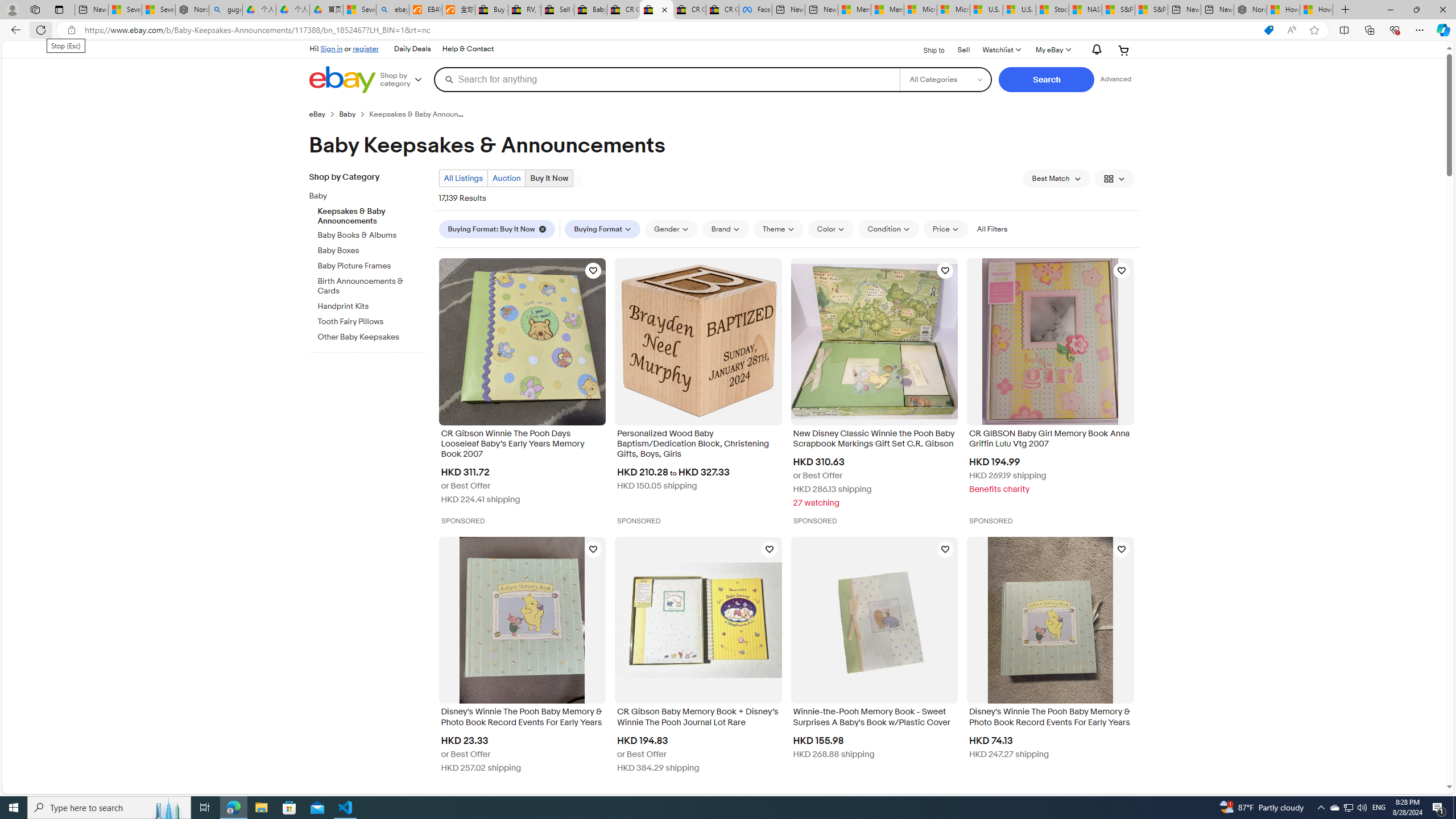 This screenshot has width=1456, height=819. I want to click on 'Browser essentials', so click(1394, 29).